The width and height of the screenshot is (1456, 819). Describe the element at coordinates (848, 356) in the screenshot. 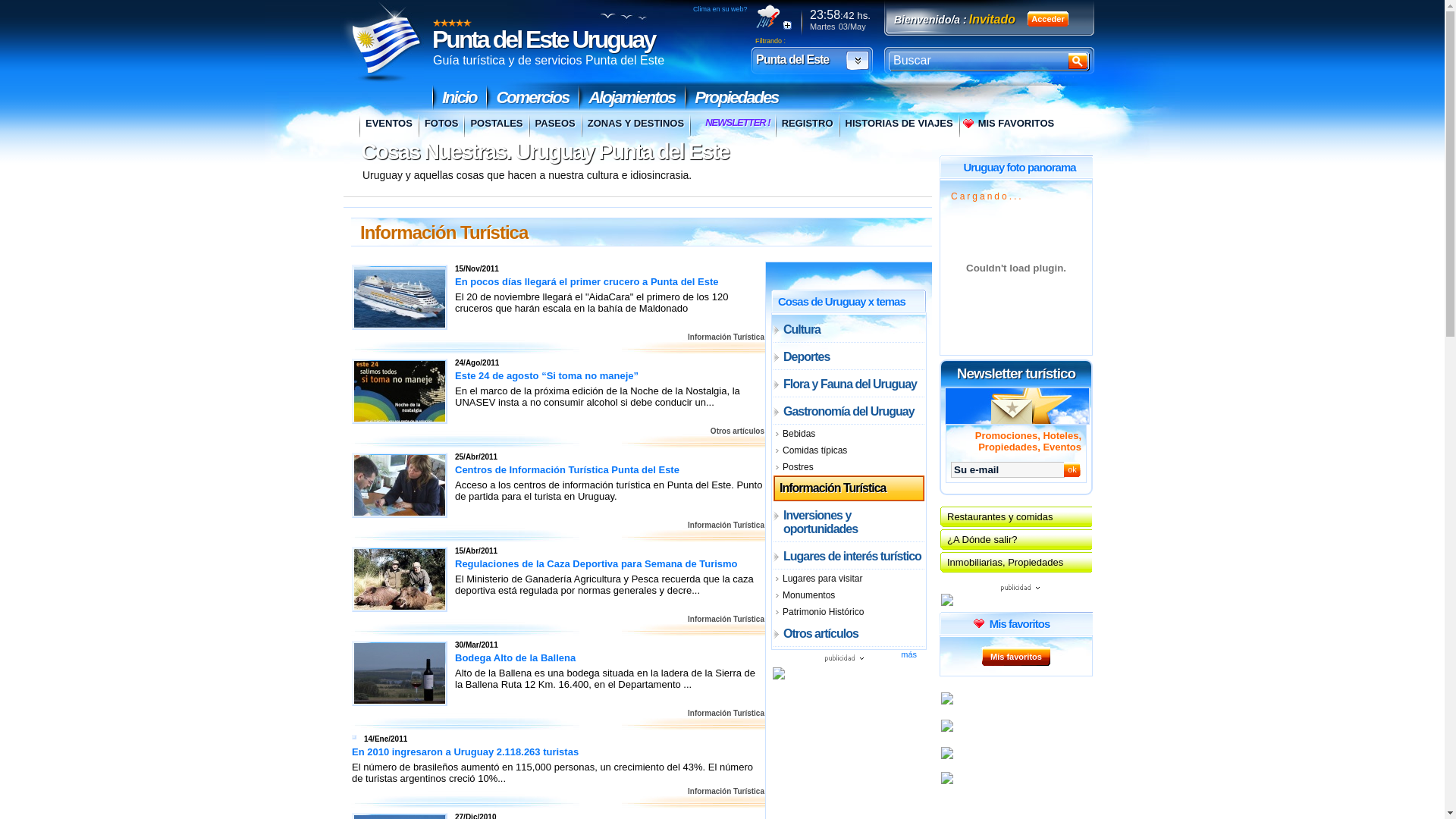

I see `'Deportes'` at that location.